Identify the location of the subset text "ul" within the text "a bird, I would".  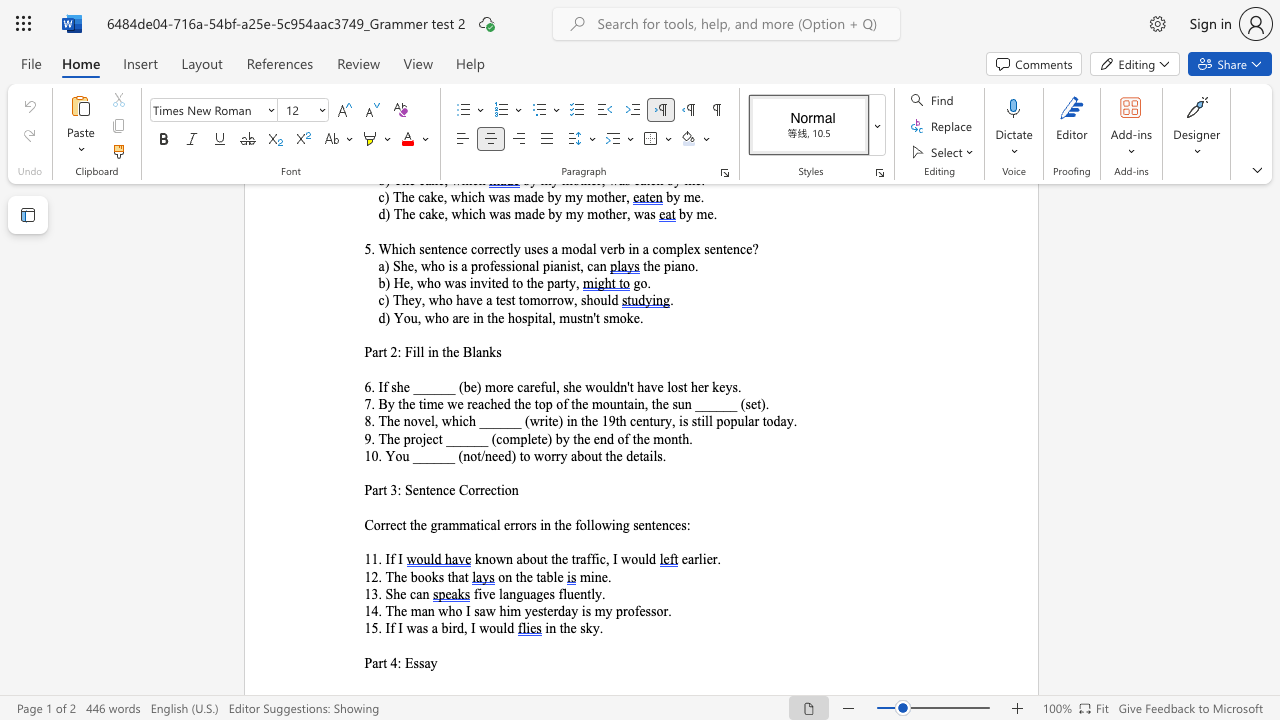
(496, 627).